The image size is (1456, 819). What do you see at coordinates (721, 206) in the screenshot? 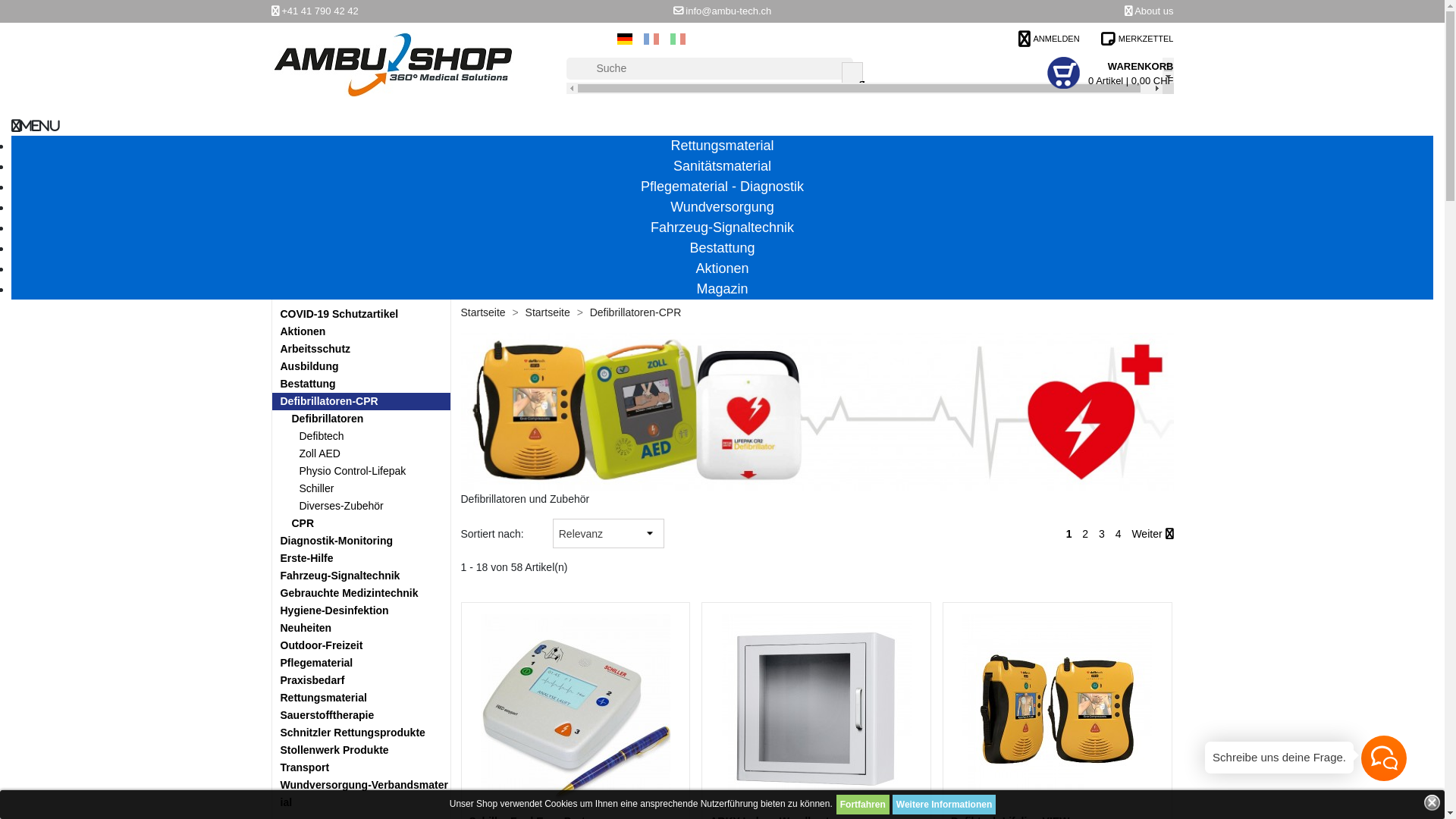
I see `'Wundversorgung'` at bounding box center [721, 206].